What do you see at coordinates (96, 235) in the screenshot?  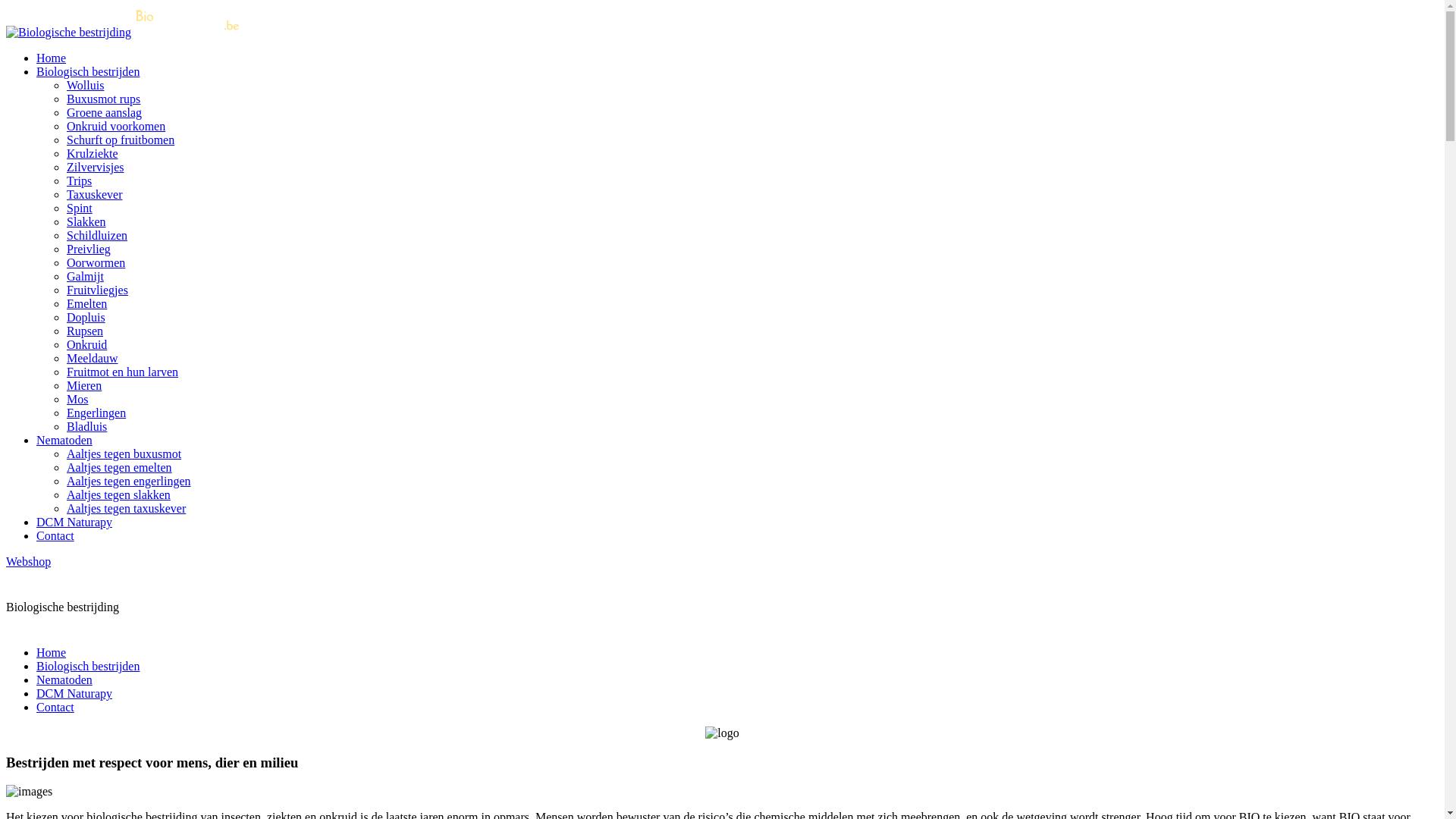 I see `'Schildluizen'` at bounding box center [96, 235].